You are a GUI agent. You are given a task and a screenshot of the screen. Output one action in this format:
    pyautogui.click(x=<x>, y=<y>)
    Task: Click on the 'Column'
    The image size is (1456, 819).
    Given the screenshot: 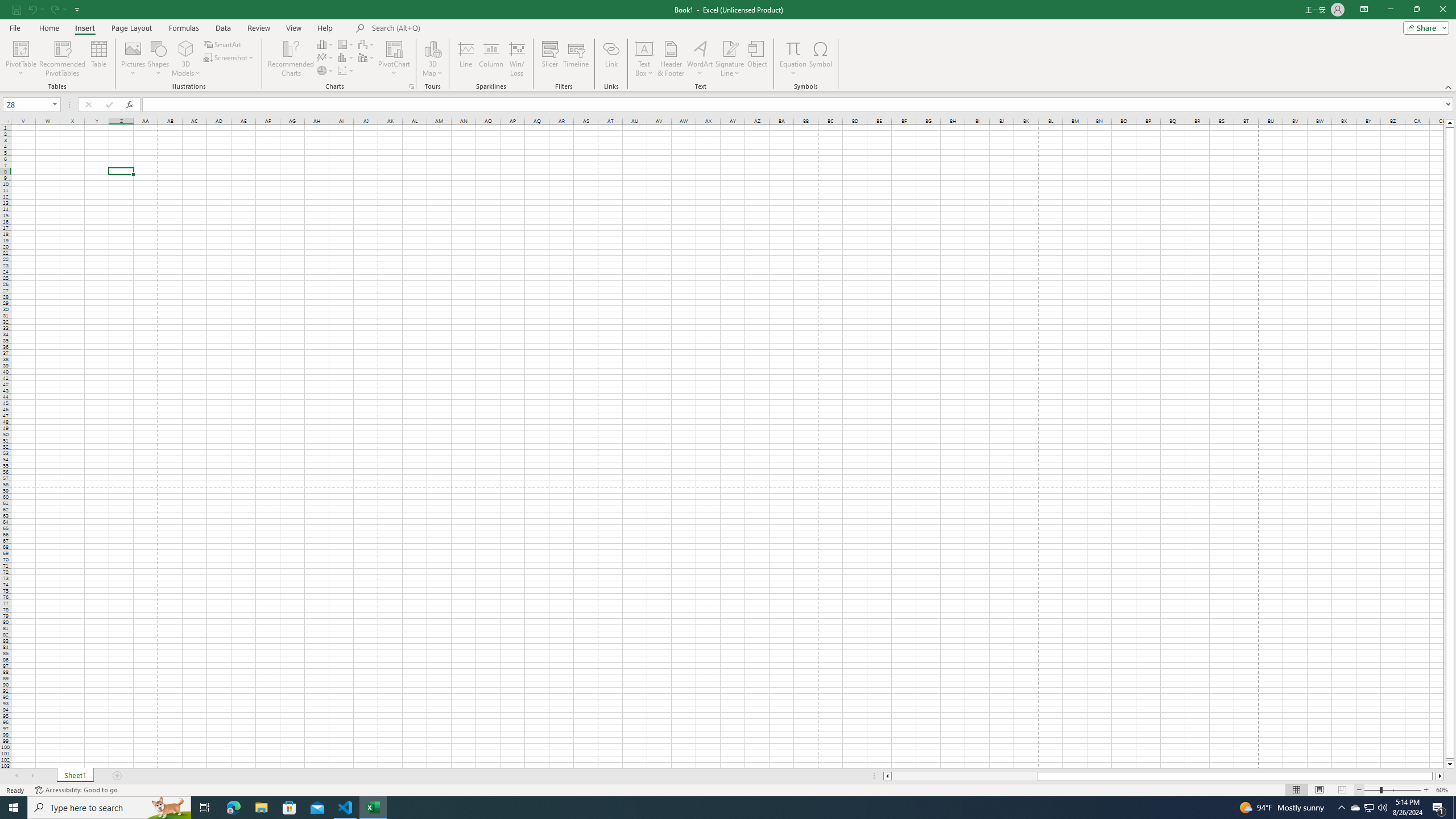 What is the action you would take?
    pyautogui.click(x=491, y=59)
    